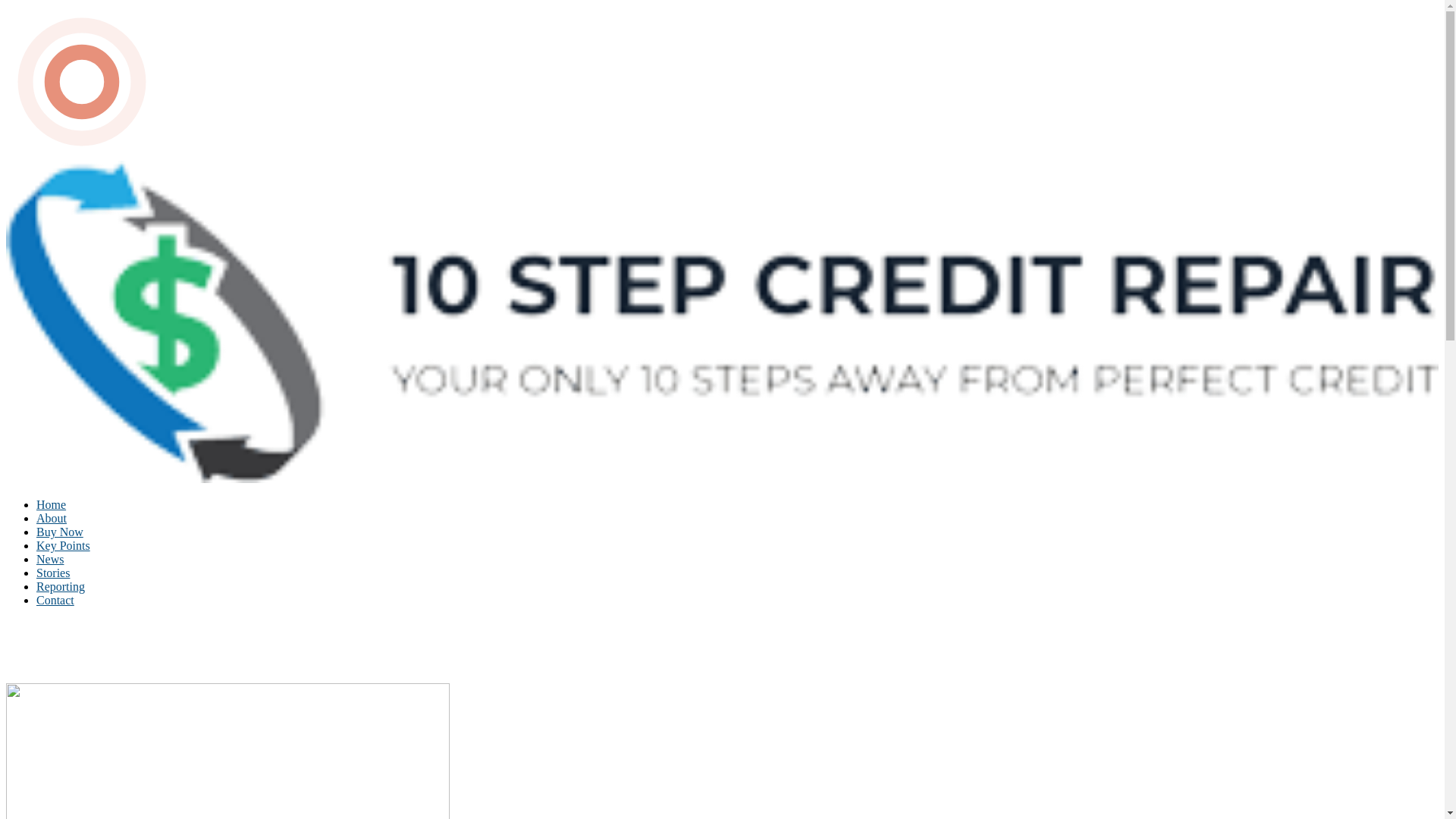 This screenshot has width=1456, height=819. Describe the element at coordinates (61, 585) in the screenshot. I see `'Reporting'` at that location.